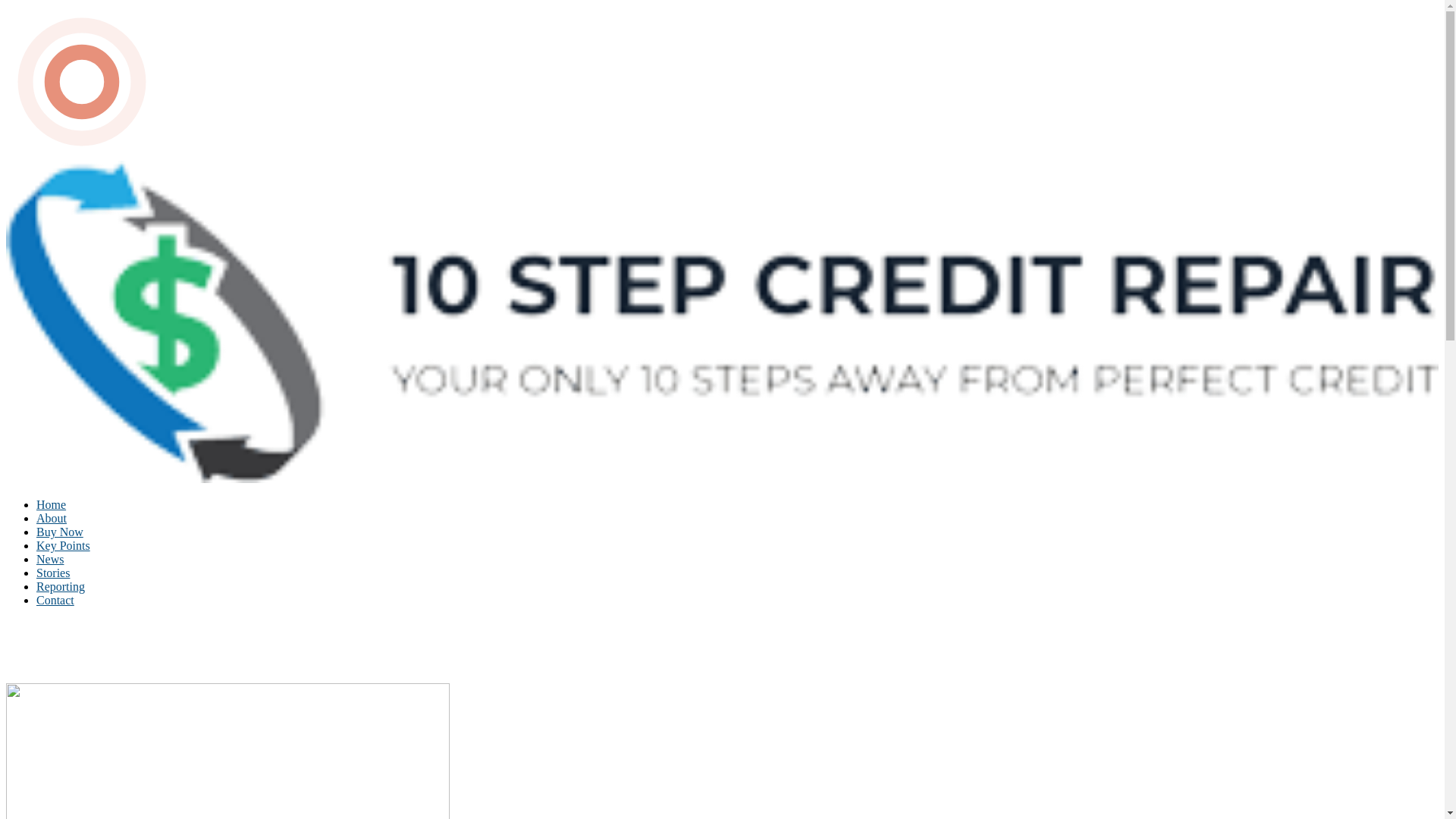 This screenshot has width=1456, height=819. Describe the element at coordinates (61, 585) in the screenshot. I see `'Reporting'` at that location.